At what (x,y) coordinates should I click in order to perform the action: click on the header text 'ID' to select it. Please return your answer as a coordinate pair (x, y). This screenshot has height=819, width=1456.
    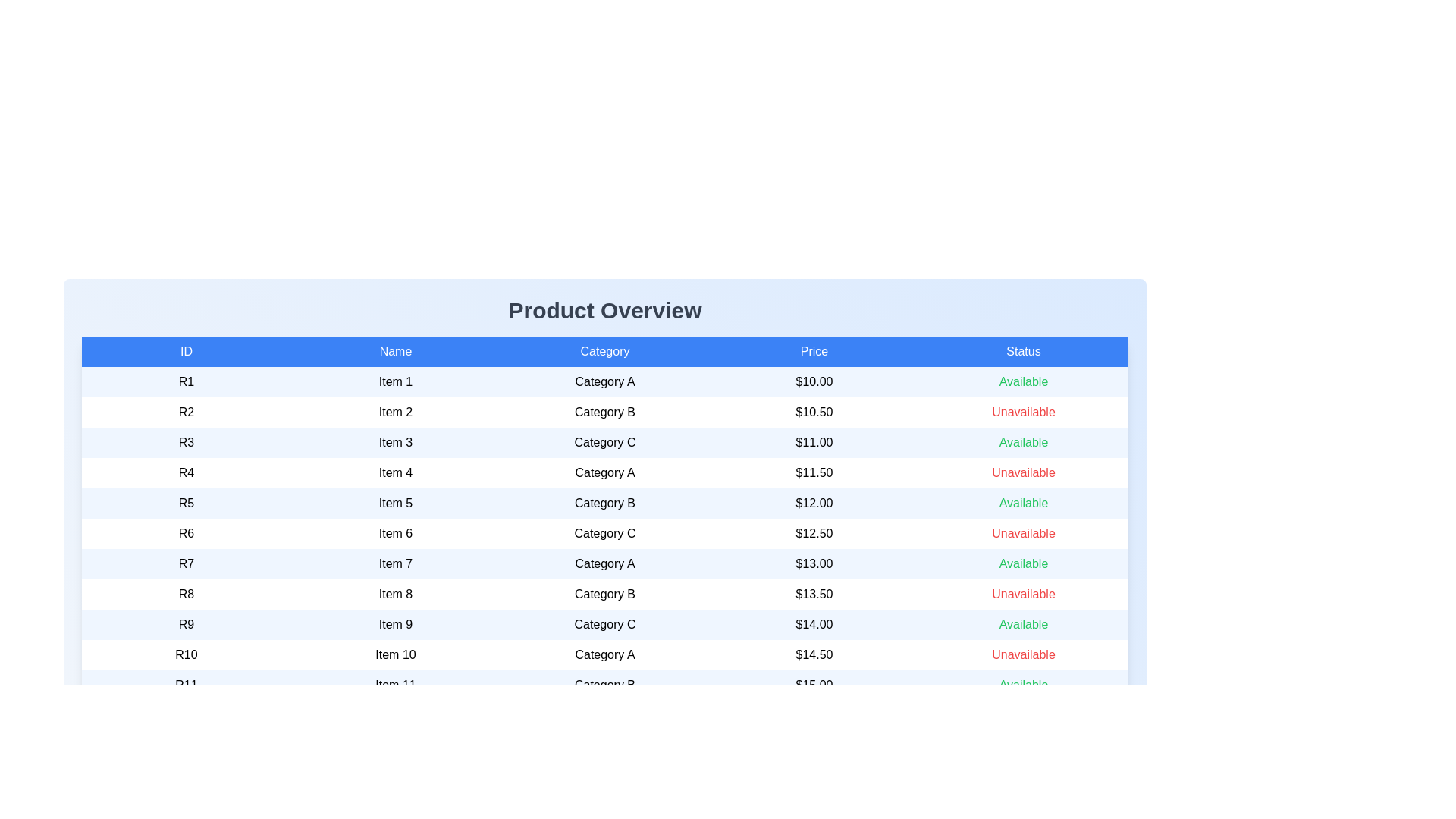
    Looking at the image, I should click on (185, 351).